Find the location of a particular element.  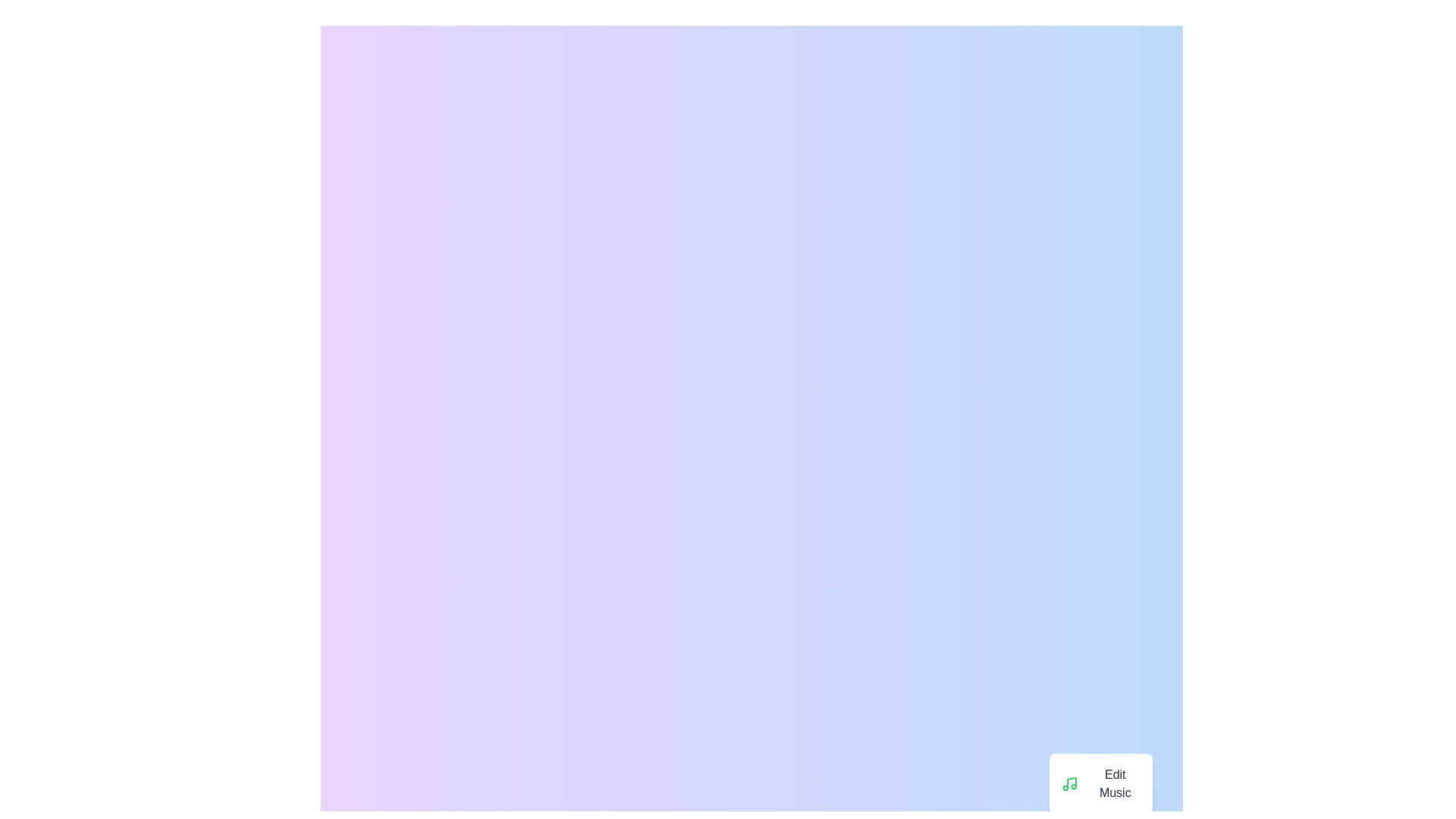

the 'Edit Music' button is located at coordinates (1100, 783).